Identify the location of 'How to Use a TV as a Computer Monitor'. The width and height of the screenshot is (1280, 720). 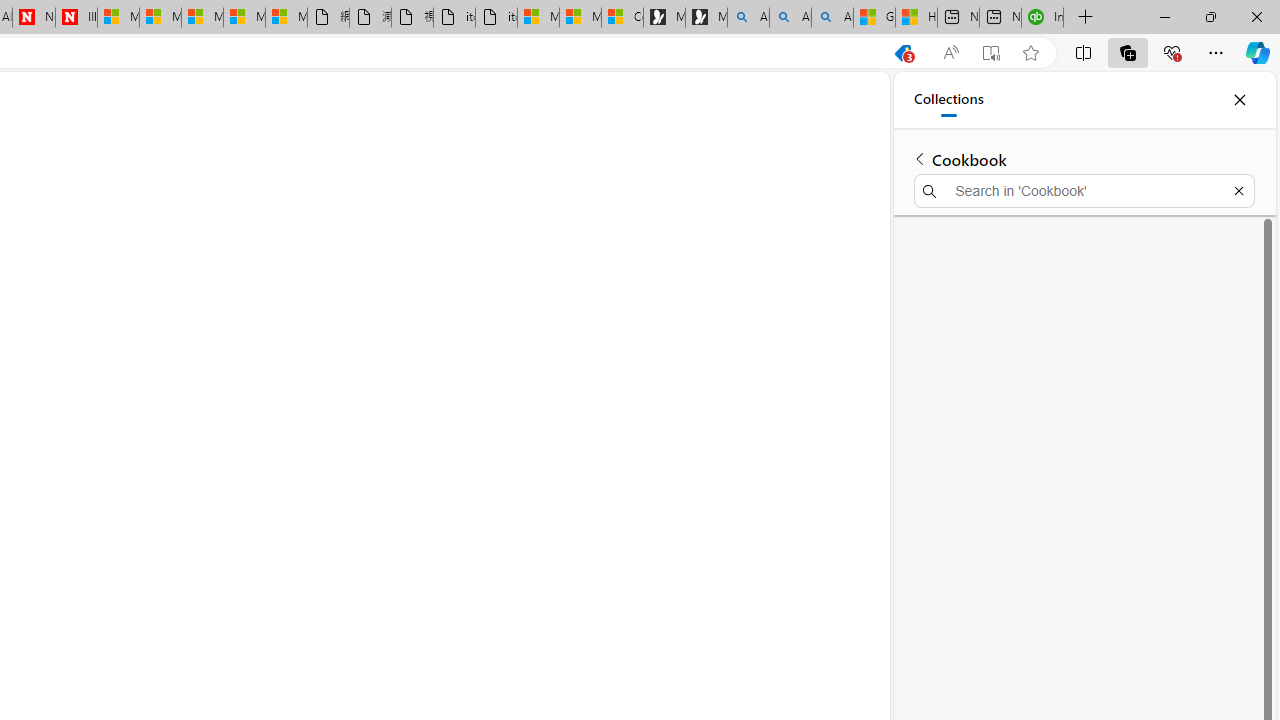
(915, 17).